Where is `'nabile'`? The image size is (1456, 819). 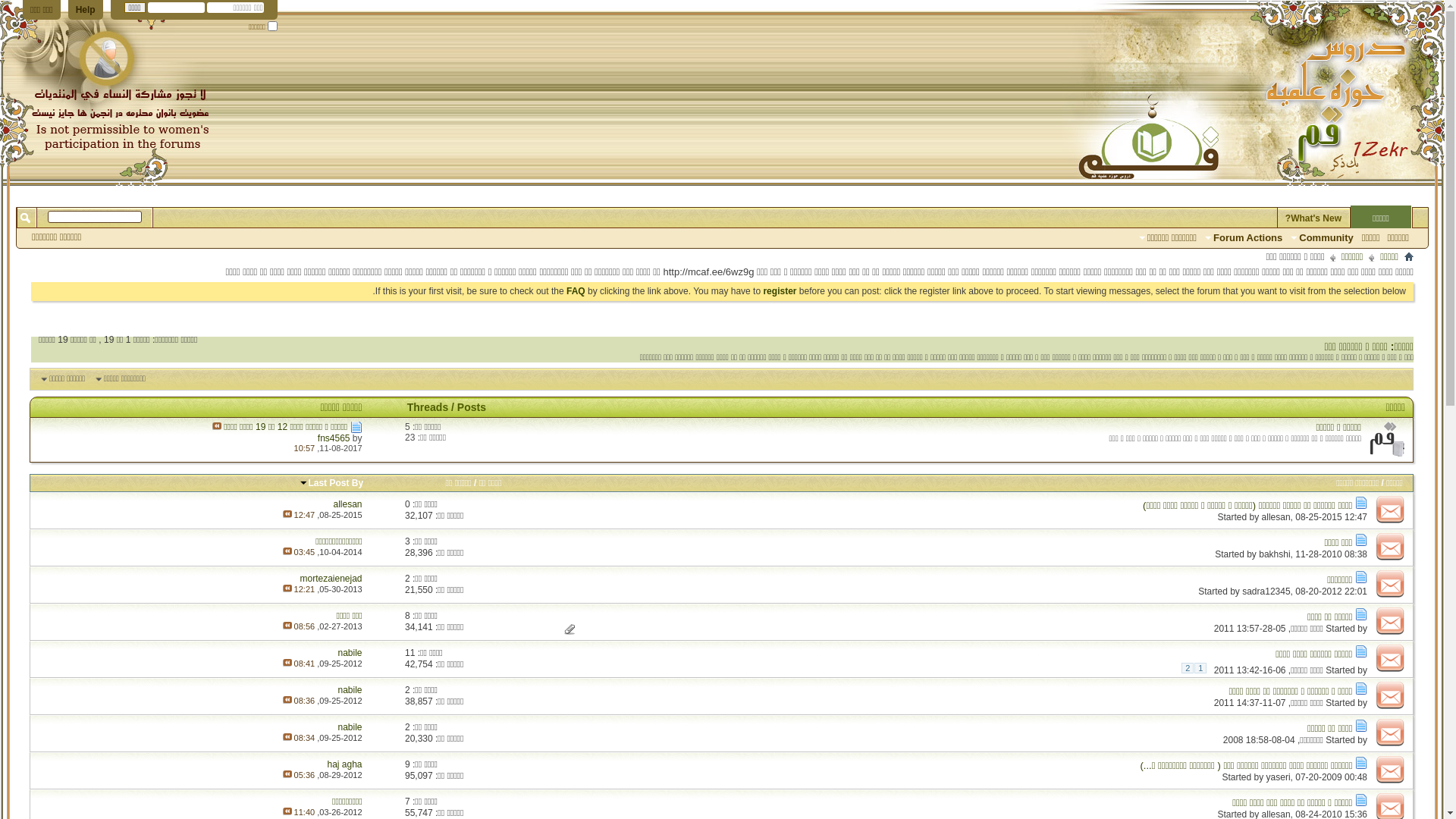 'nabile' is located at coordinates (349, 690).